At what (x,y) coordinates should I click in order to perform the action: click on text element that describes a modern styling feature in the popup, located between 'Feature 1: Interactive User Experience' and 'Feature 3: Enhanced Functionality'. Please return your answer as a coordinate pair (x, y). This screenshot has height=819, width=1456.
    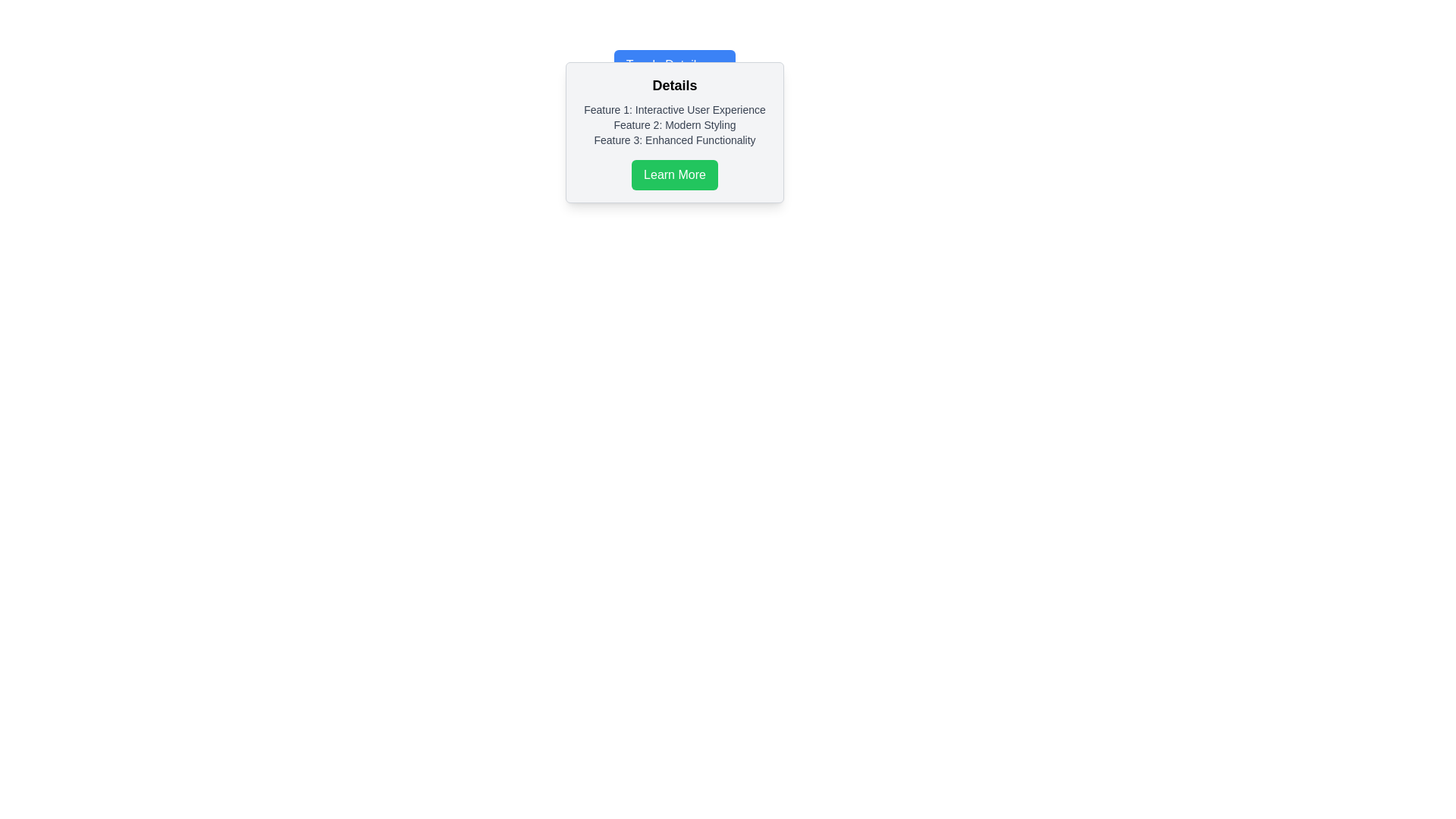
    Looking at the image, I should click on (673, 124).